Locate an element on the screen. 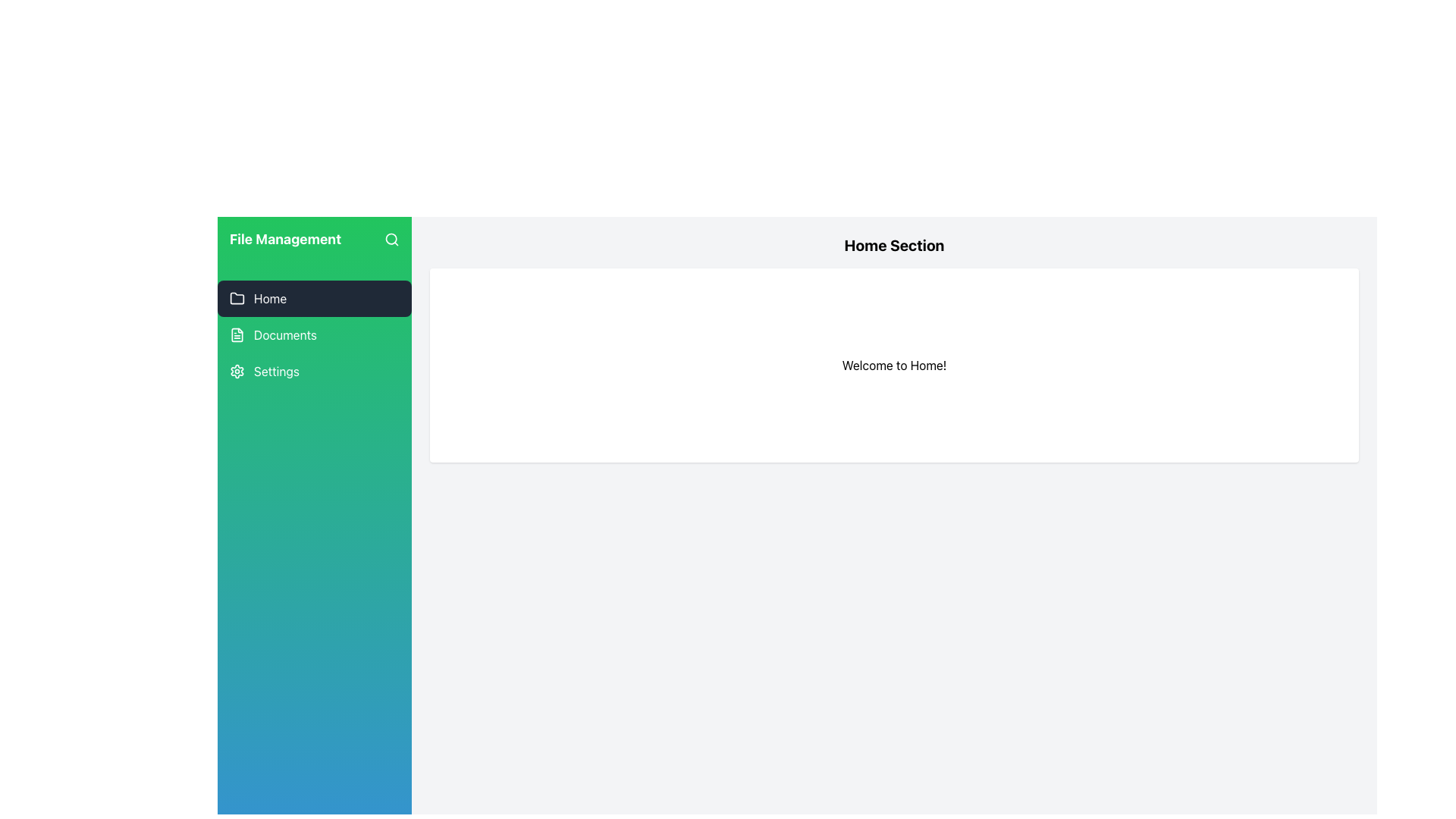  the 'Documents' icon in the side navigation bar is located at coordinates (236, 334).